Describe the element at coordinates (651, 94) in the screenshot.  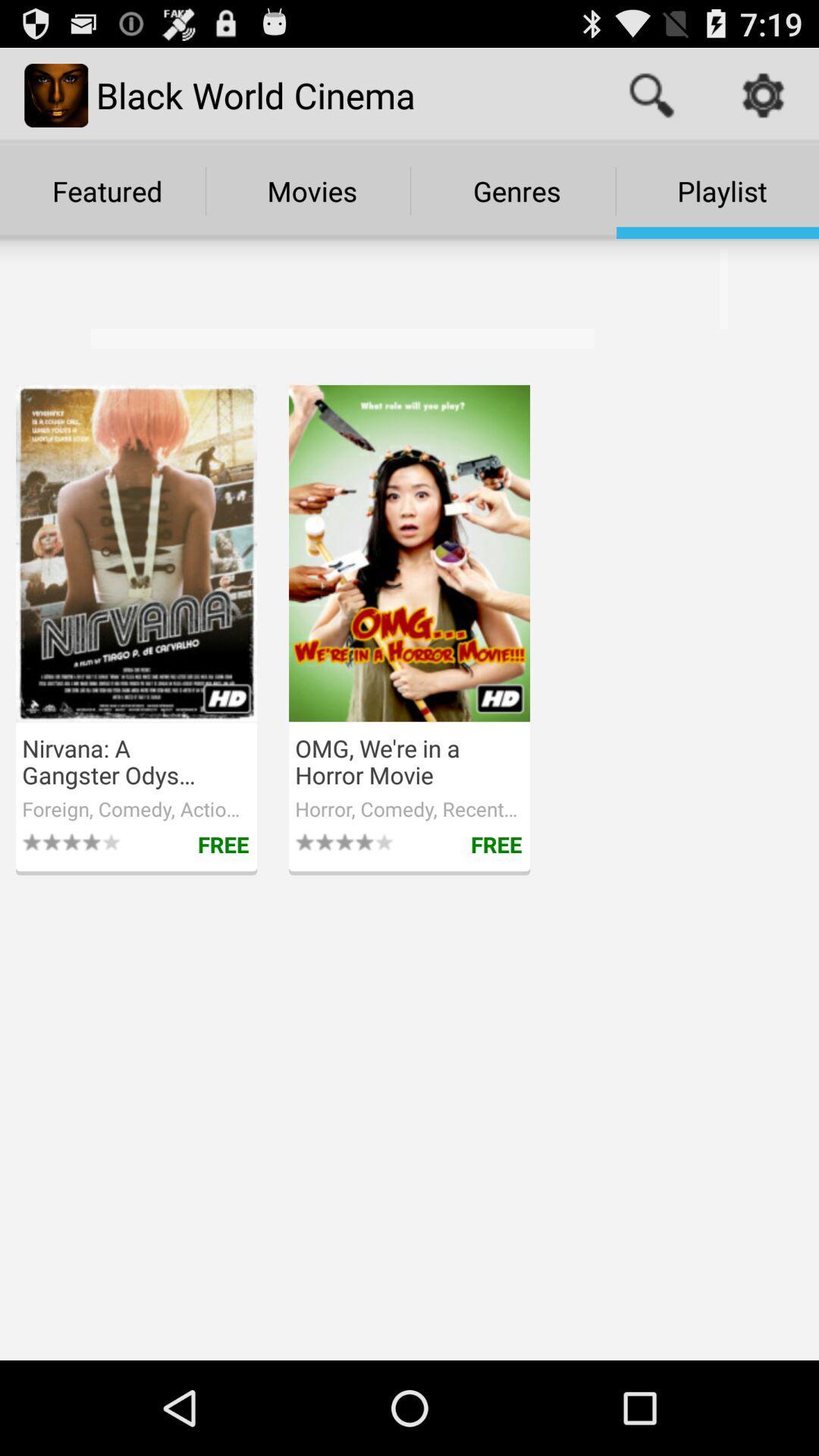
I see `the app above playlist item` at that location.